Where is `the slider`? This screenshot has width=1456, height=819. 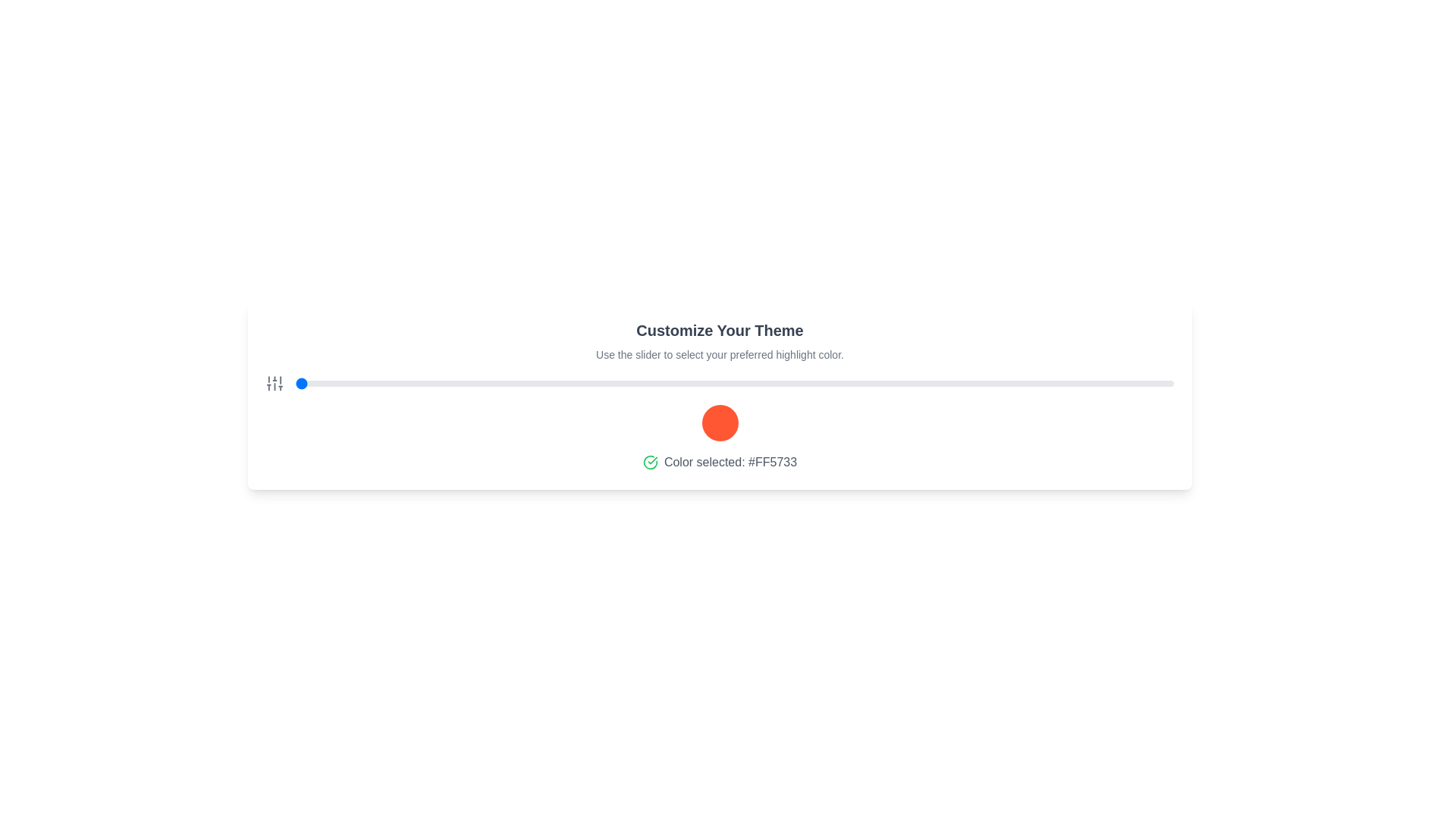 the slider is located at coordinates (319, 382).